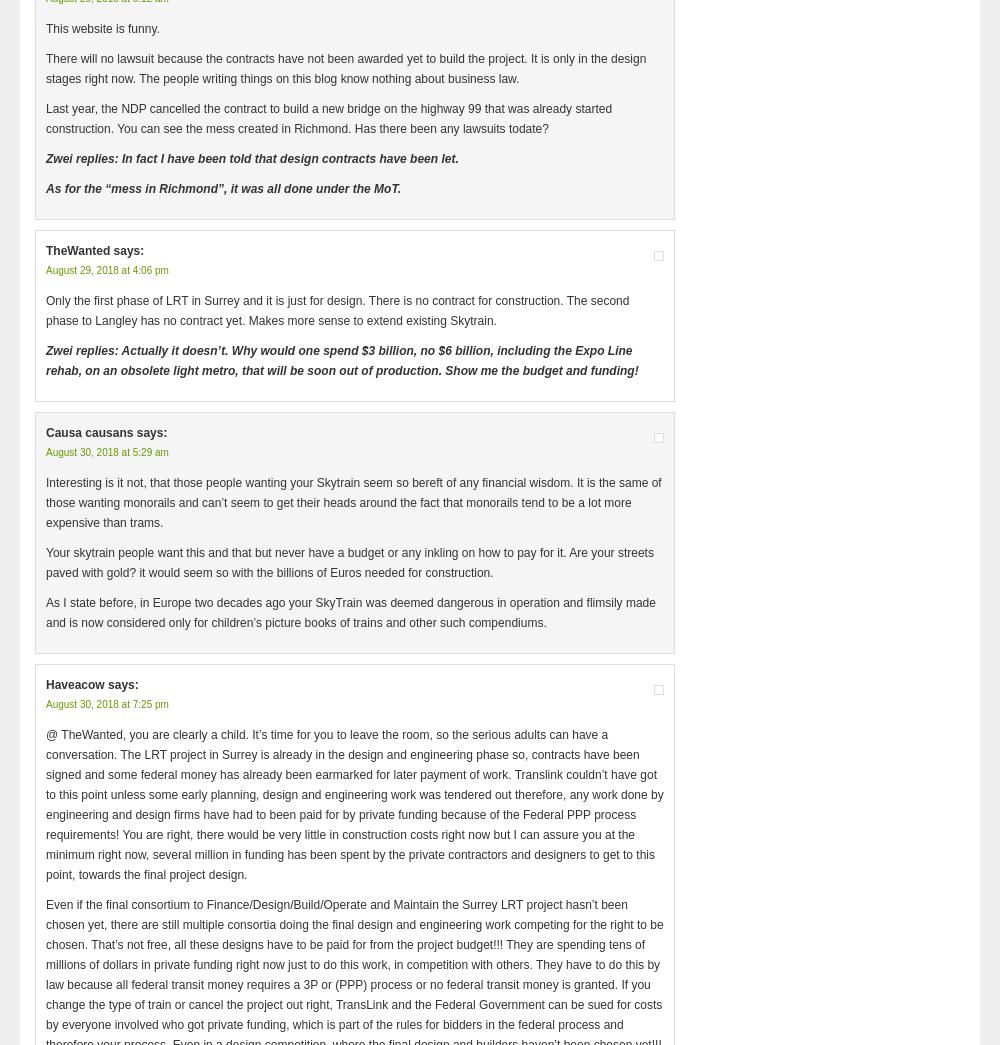 The width and height of the screenshot is (1000, 1045). Describe the element at coordinates (46, 250) in the screenshot. I see `'TheWanted'` at that location.